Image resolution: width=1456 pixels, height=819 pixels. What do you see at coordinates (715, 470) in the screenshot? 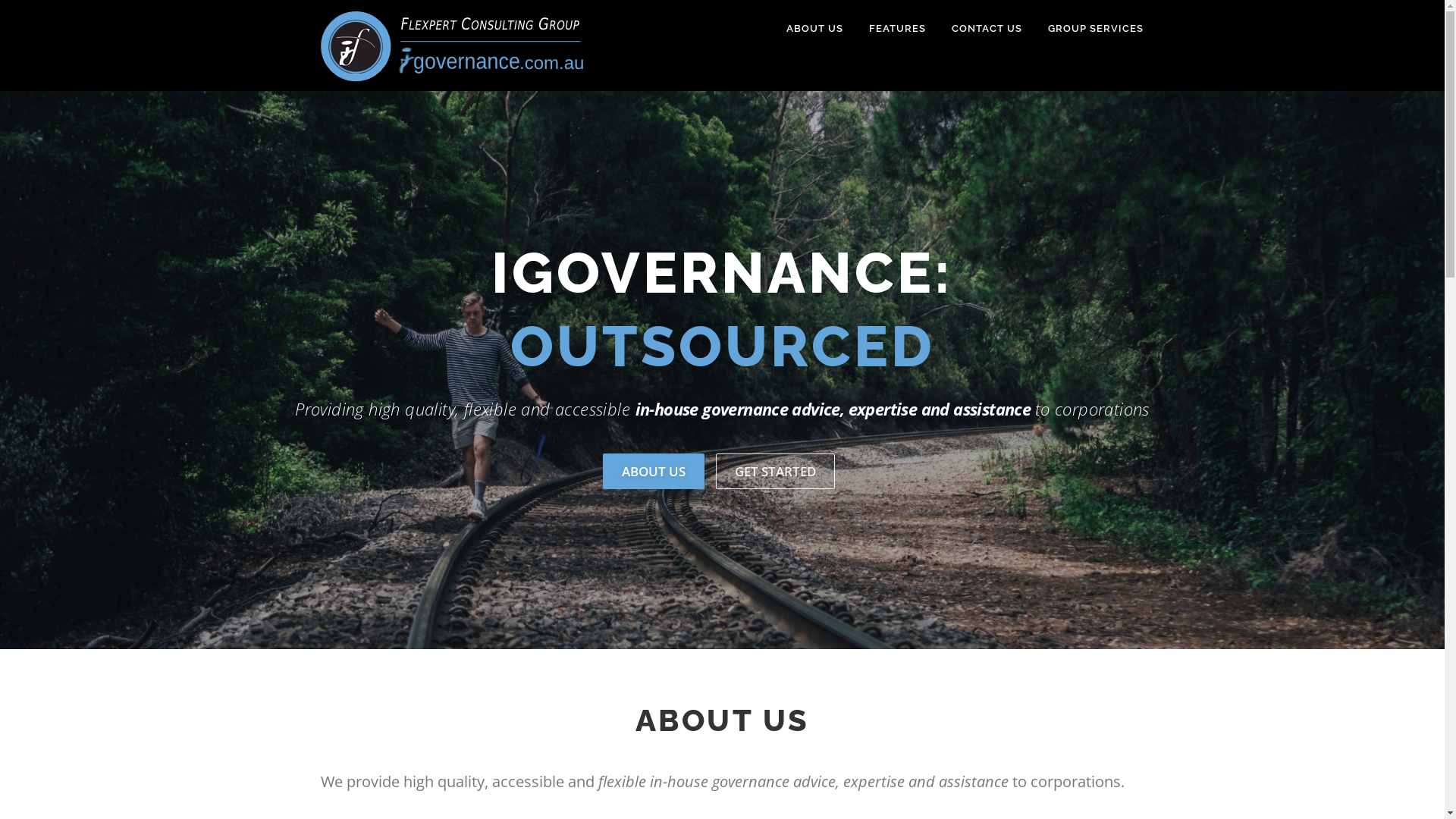
I see `'GET STARTED'` at bounding box center [715, 470].